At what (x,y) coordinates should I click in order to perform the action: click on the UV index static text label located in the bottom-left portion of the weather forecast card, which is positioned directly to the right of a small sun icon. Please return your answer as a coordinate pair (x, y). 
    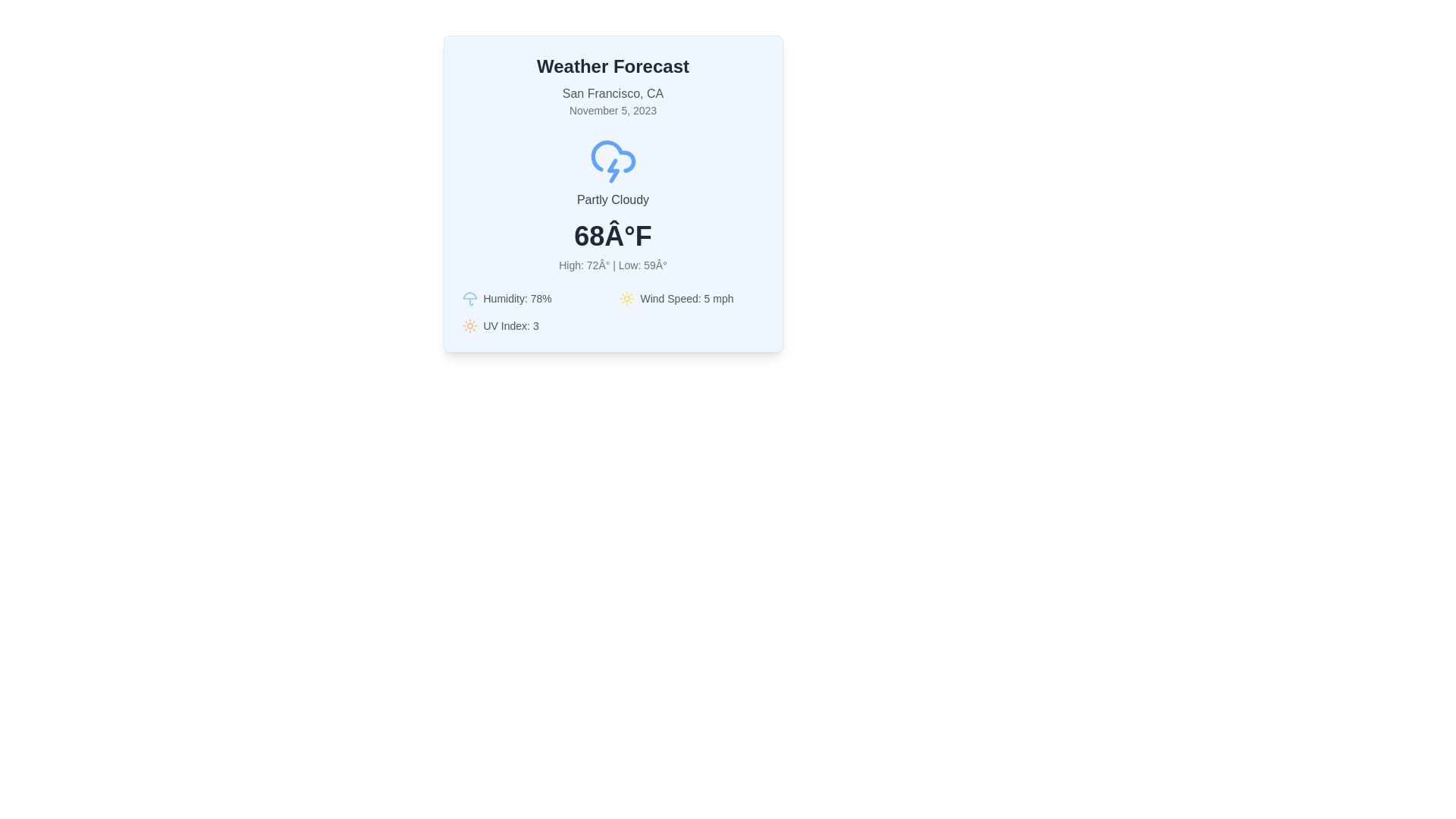
    Looking at the image, I should click on (511, 325).